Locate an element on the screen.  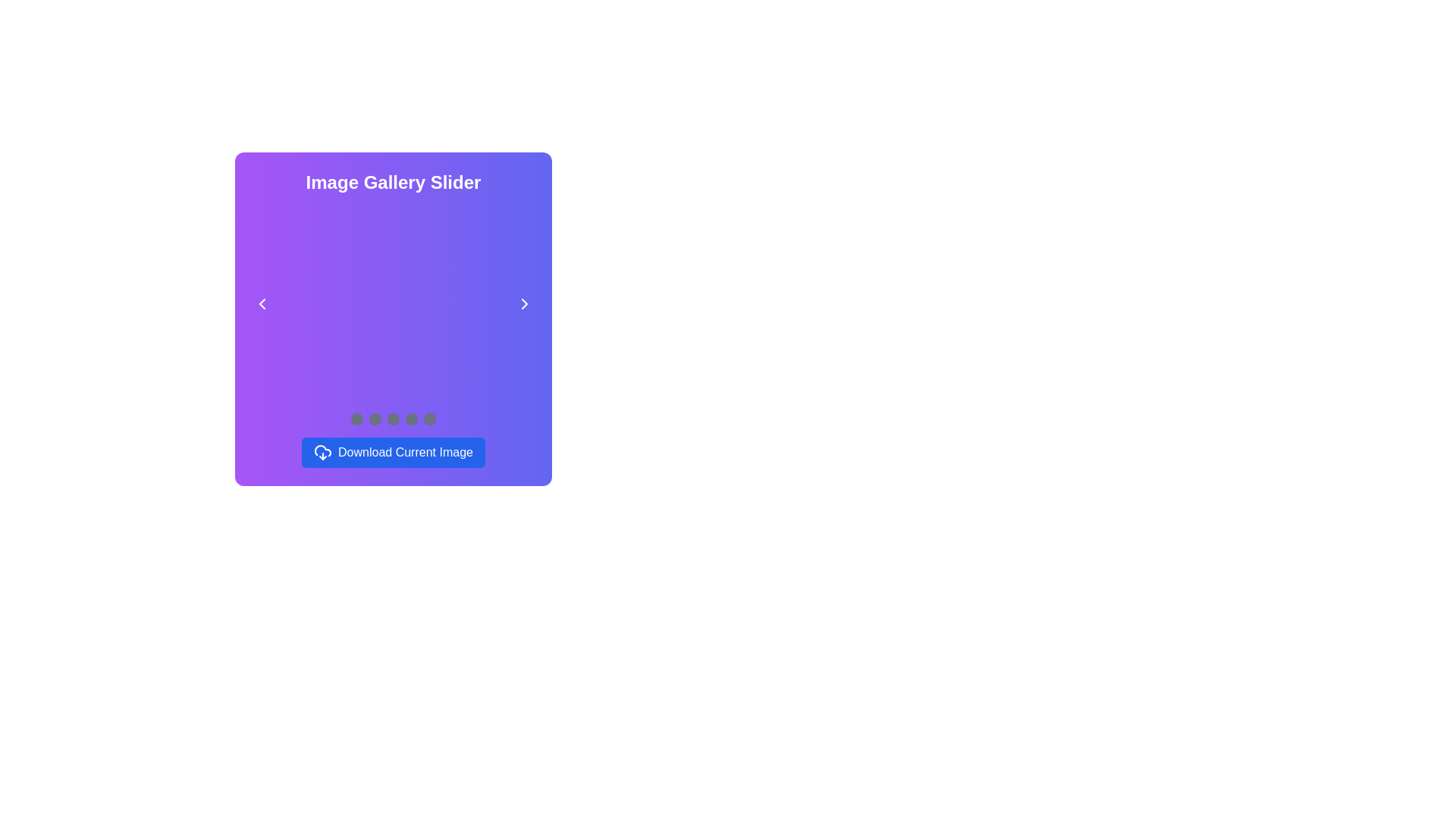
cloud graphical icon, which is part of a larger download icon in the image gallery interface, for design details is located at coordinates (322, 450).